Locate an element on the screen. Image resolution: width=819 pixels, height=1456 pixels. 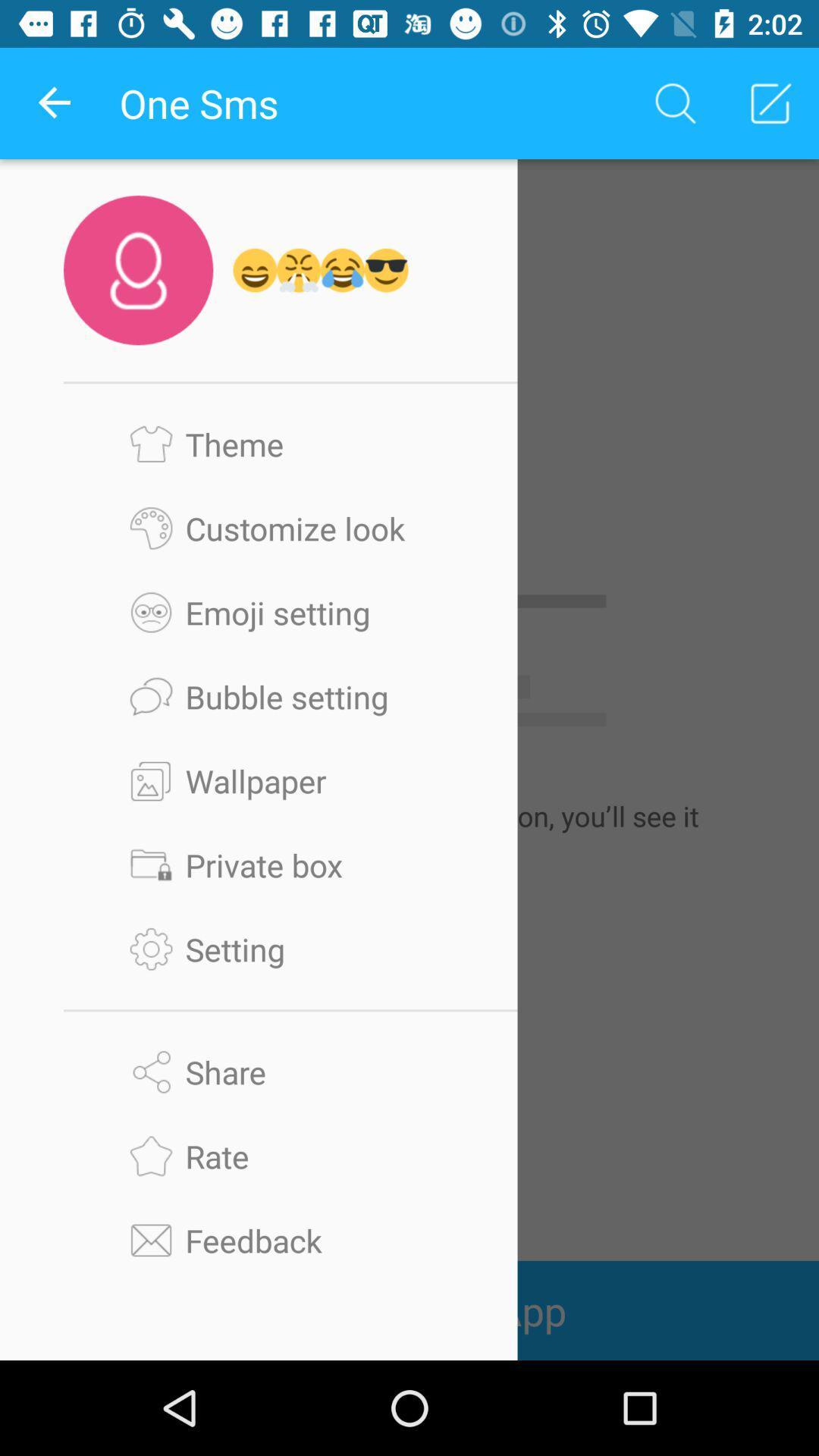
customize look is located at coordinates (290, 528).